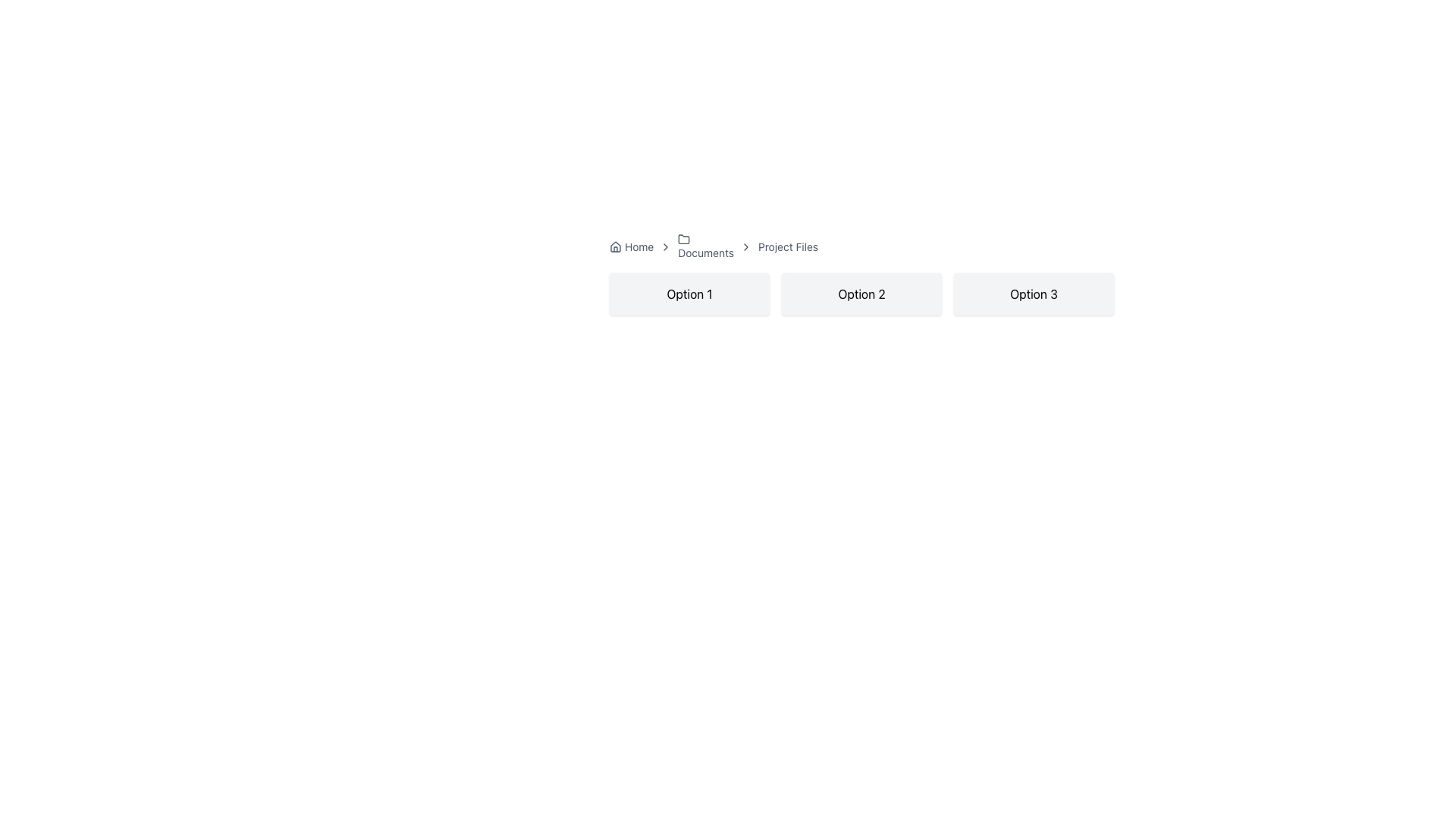 The width and height of the screenshot is (1456, 819). What do you see at coordinates (689, 294) in the screenshot?
I see `the first selectable option button in a group of three located underneath the breadcrumb navigation bar at the top left of the main content area` at bounding box center [689, 294].